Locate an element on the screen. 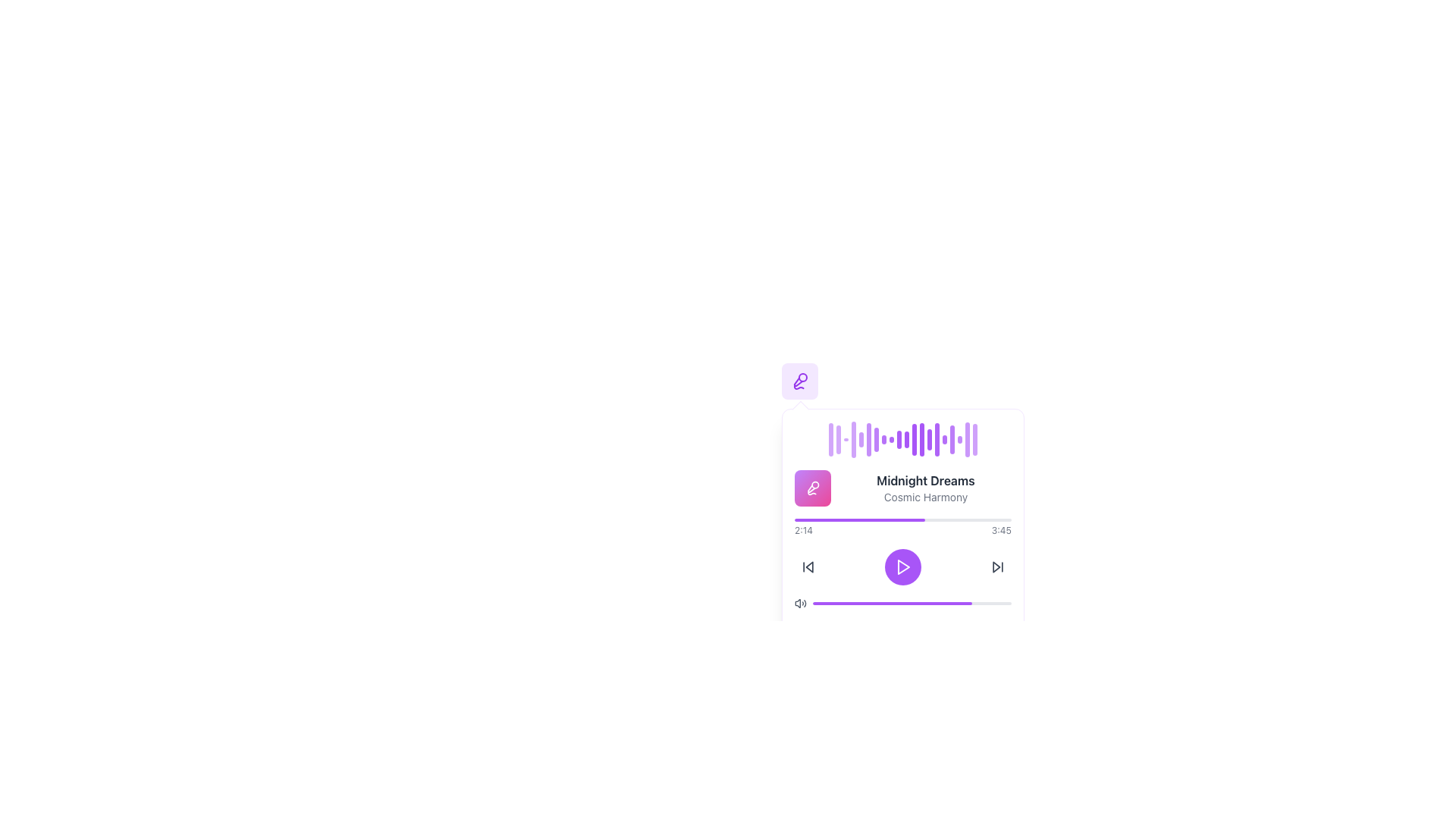 The image size is (1456, 819). the progress is located at coordinates (941, 602).